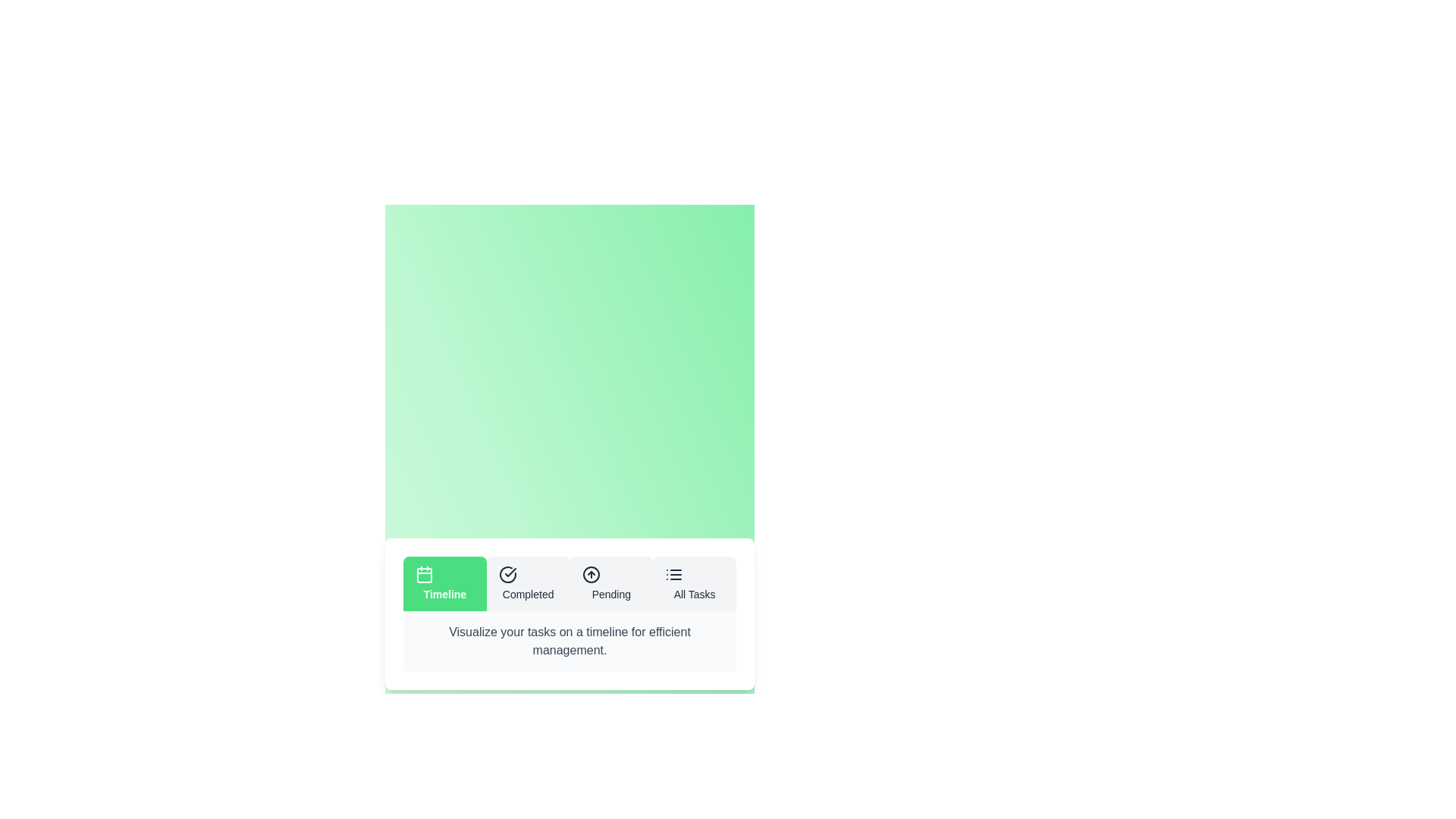  Describe the element at coordinates (444, 583) in the screenshot. I see `the Timeline tab to view its hover effect` at that location.